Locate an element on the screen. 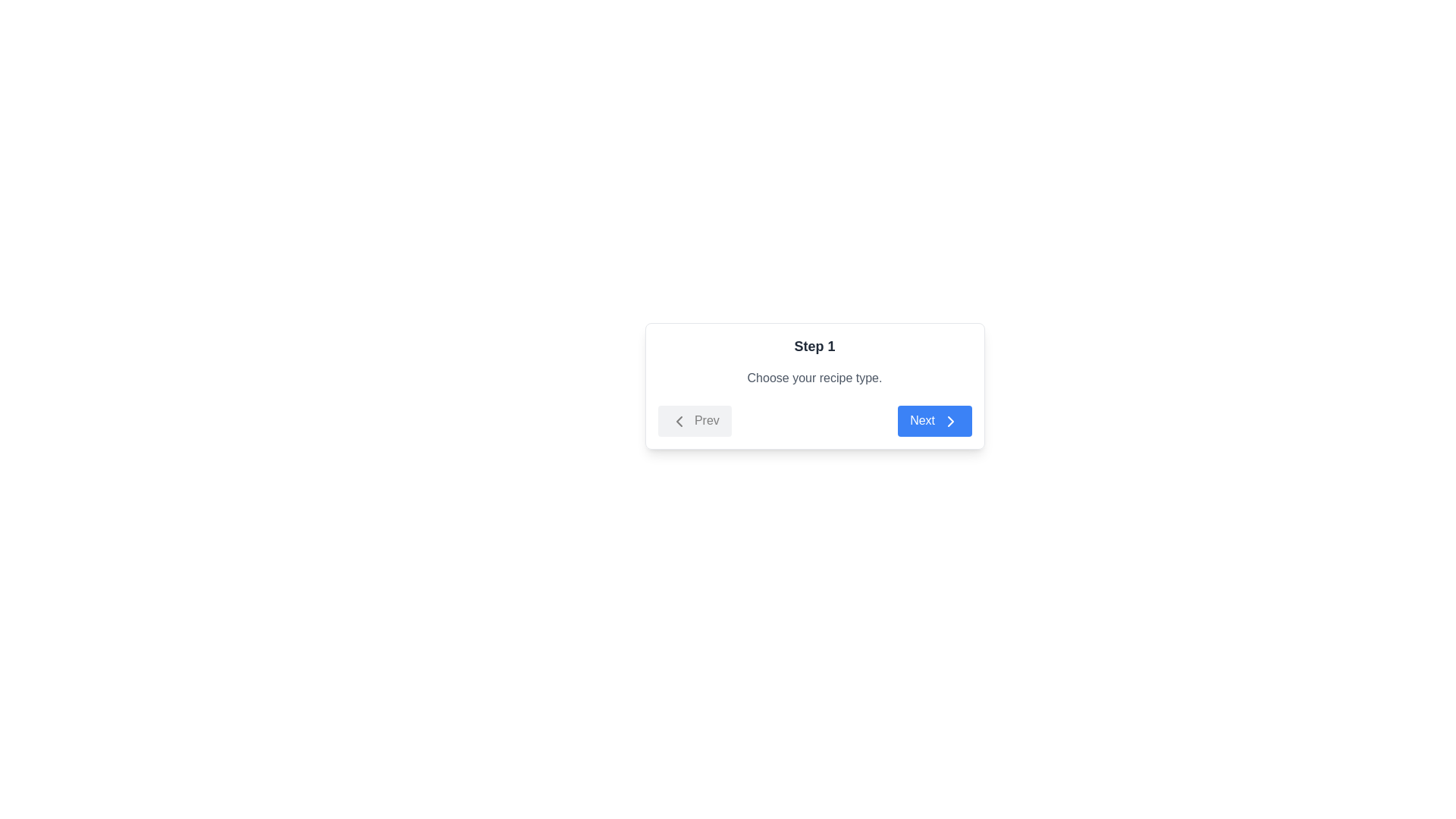  the right-pointing chevron icon inside the blue 'Next' button is located at coordinates (949, 421).